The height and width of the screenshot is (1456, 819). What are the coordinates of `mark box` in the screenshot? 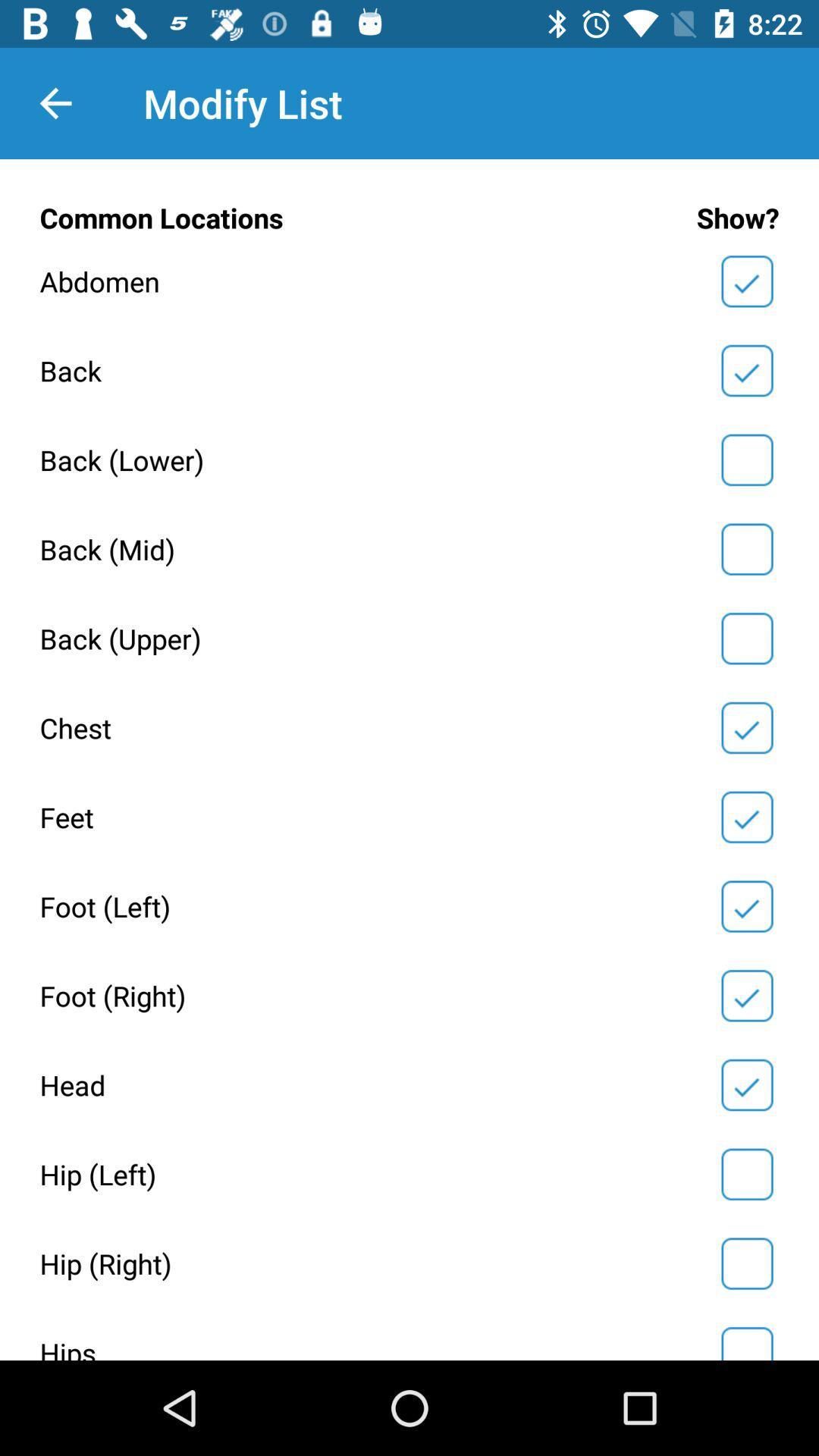 It's located at (746, 1263).